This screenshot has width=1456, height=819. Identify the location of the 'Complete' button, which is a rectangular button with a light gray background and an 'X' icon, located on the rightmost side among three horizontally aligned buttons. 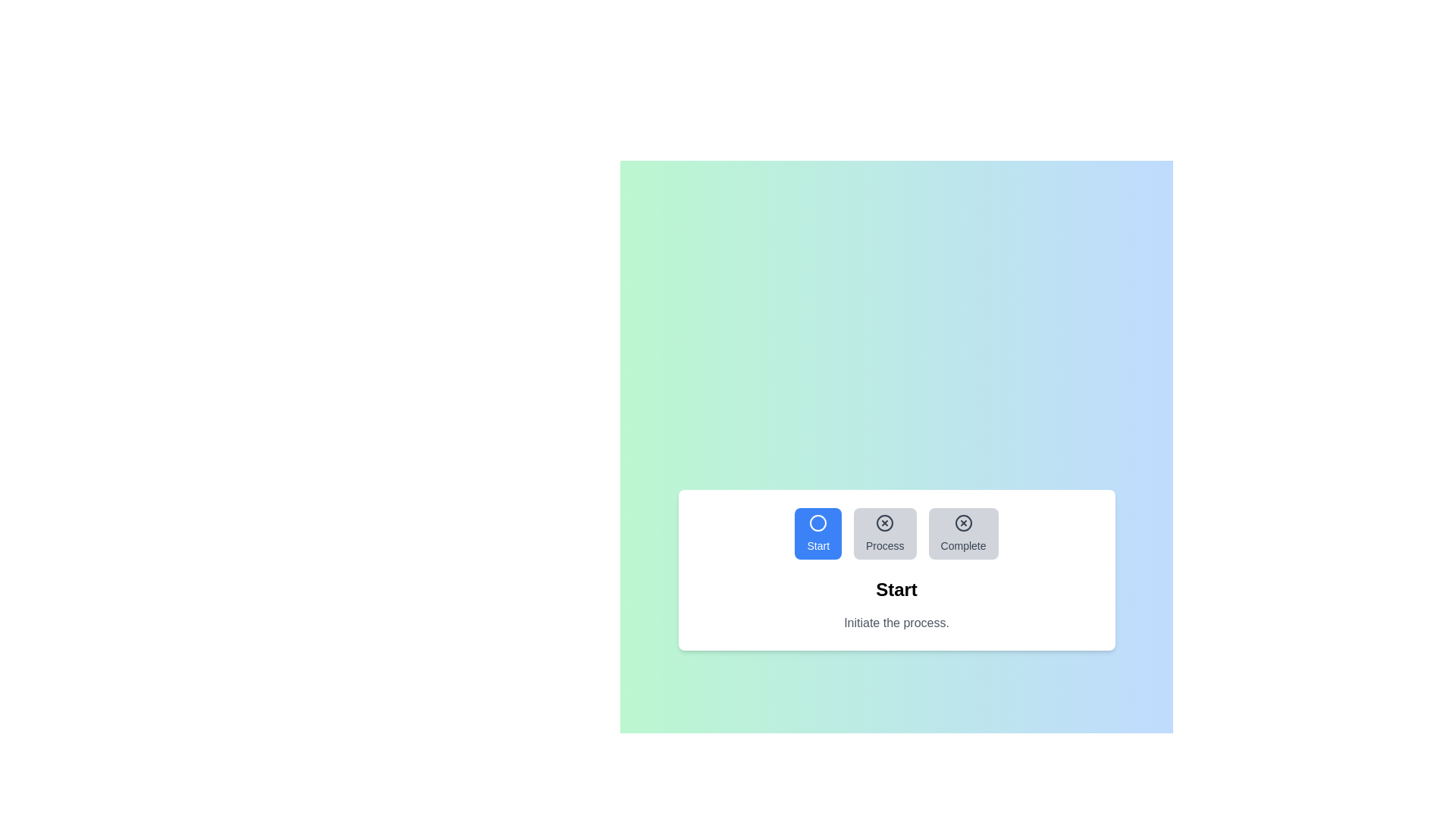
(962, 533).